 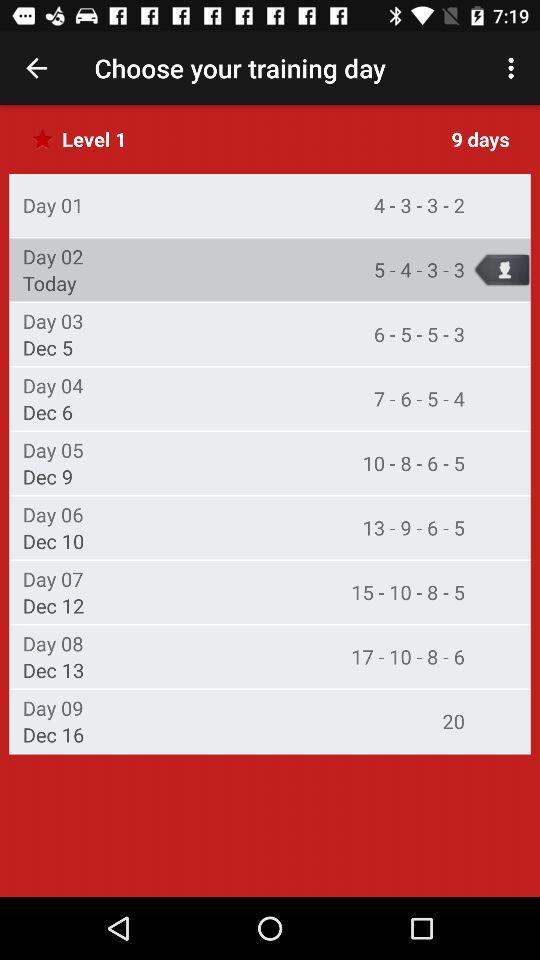 I want to click on the icon below the day 03 item, so click(x=48, y=347).